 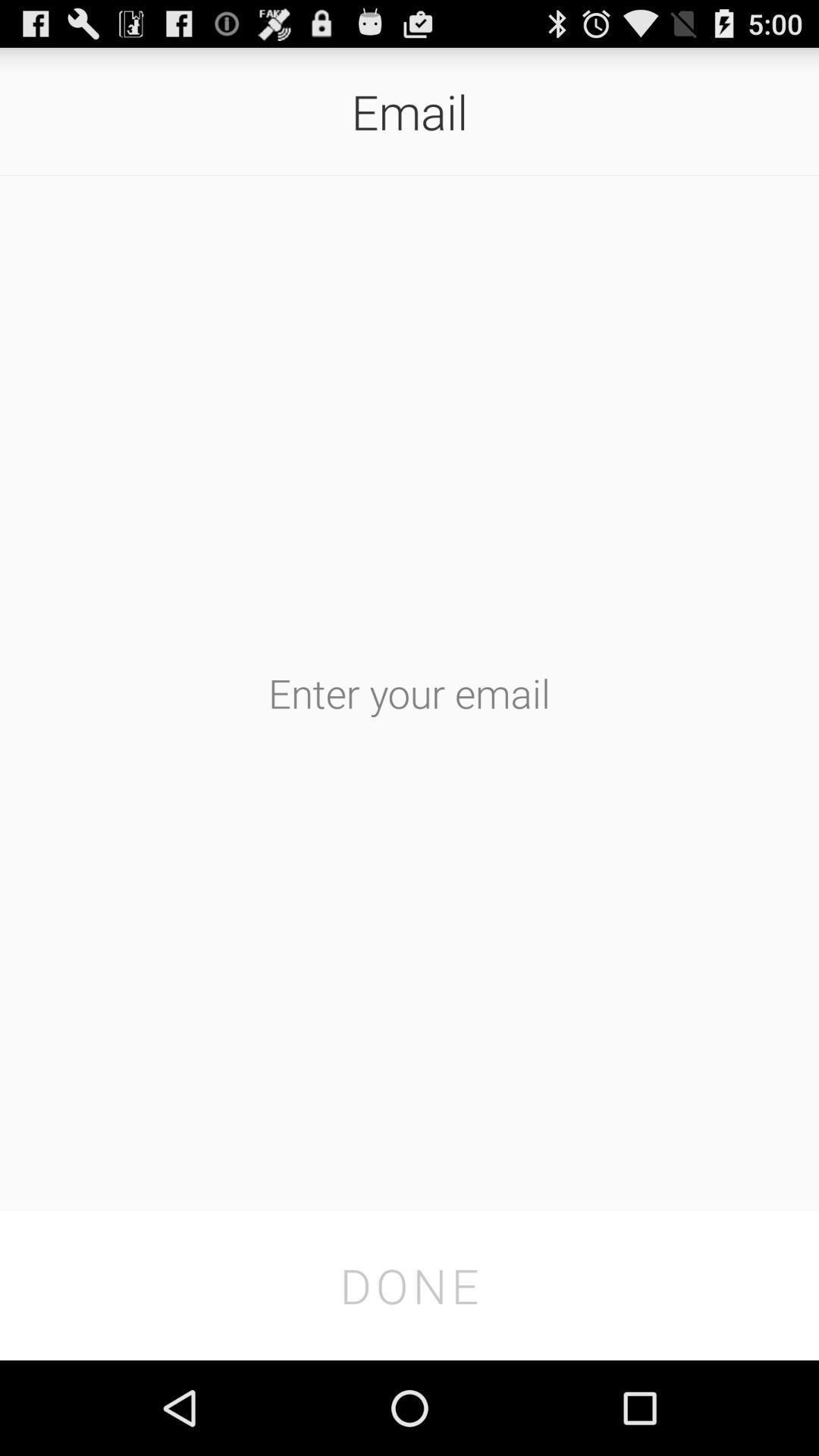 What do you see at coordinates (409, 692) in the screenshot?
I see `your email` at bounding box center [409, 692].